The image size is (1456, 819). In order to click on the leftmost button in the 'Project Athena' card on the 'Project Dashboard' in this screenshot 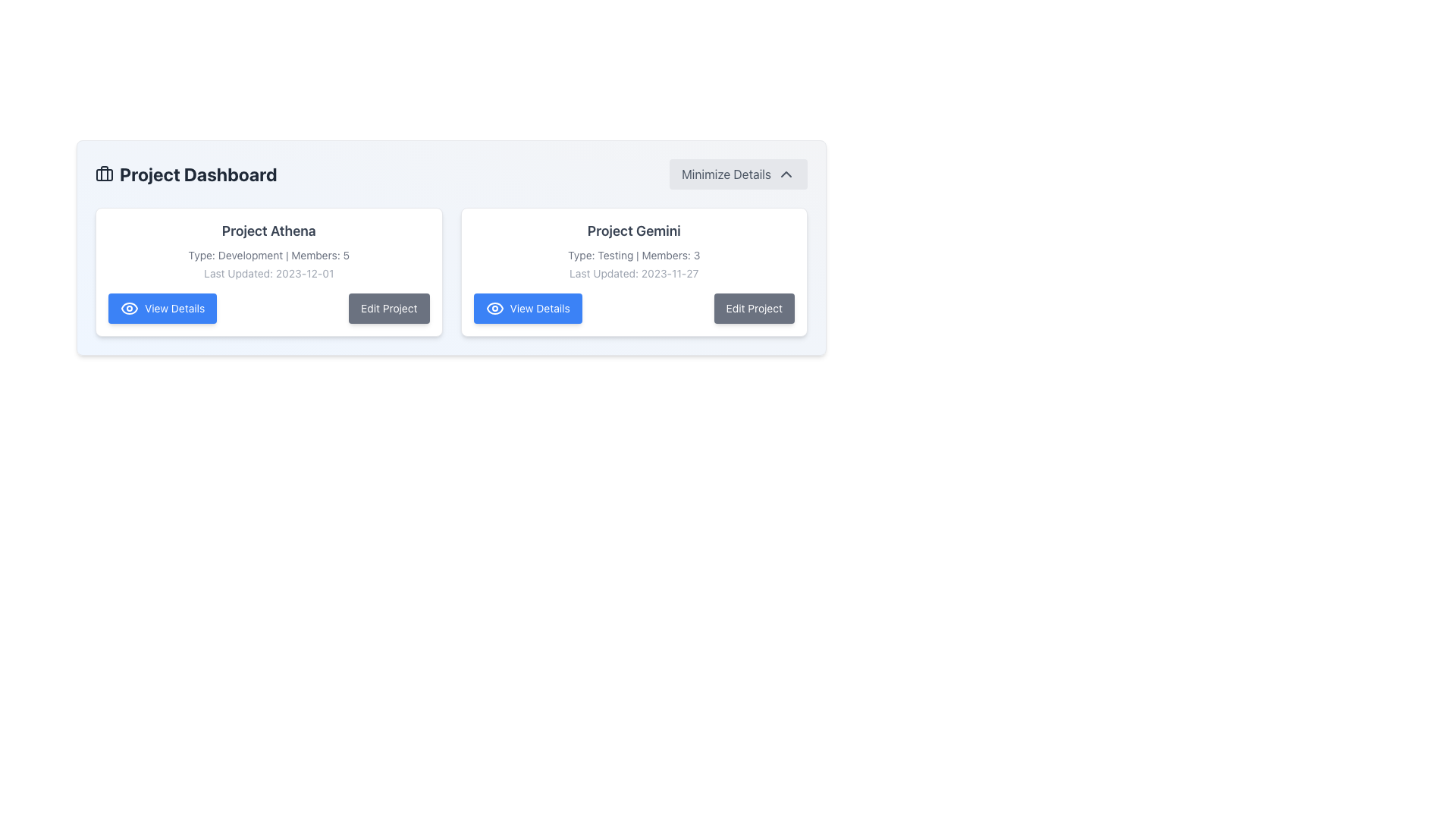, I will do `click(162, 308)`.